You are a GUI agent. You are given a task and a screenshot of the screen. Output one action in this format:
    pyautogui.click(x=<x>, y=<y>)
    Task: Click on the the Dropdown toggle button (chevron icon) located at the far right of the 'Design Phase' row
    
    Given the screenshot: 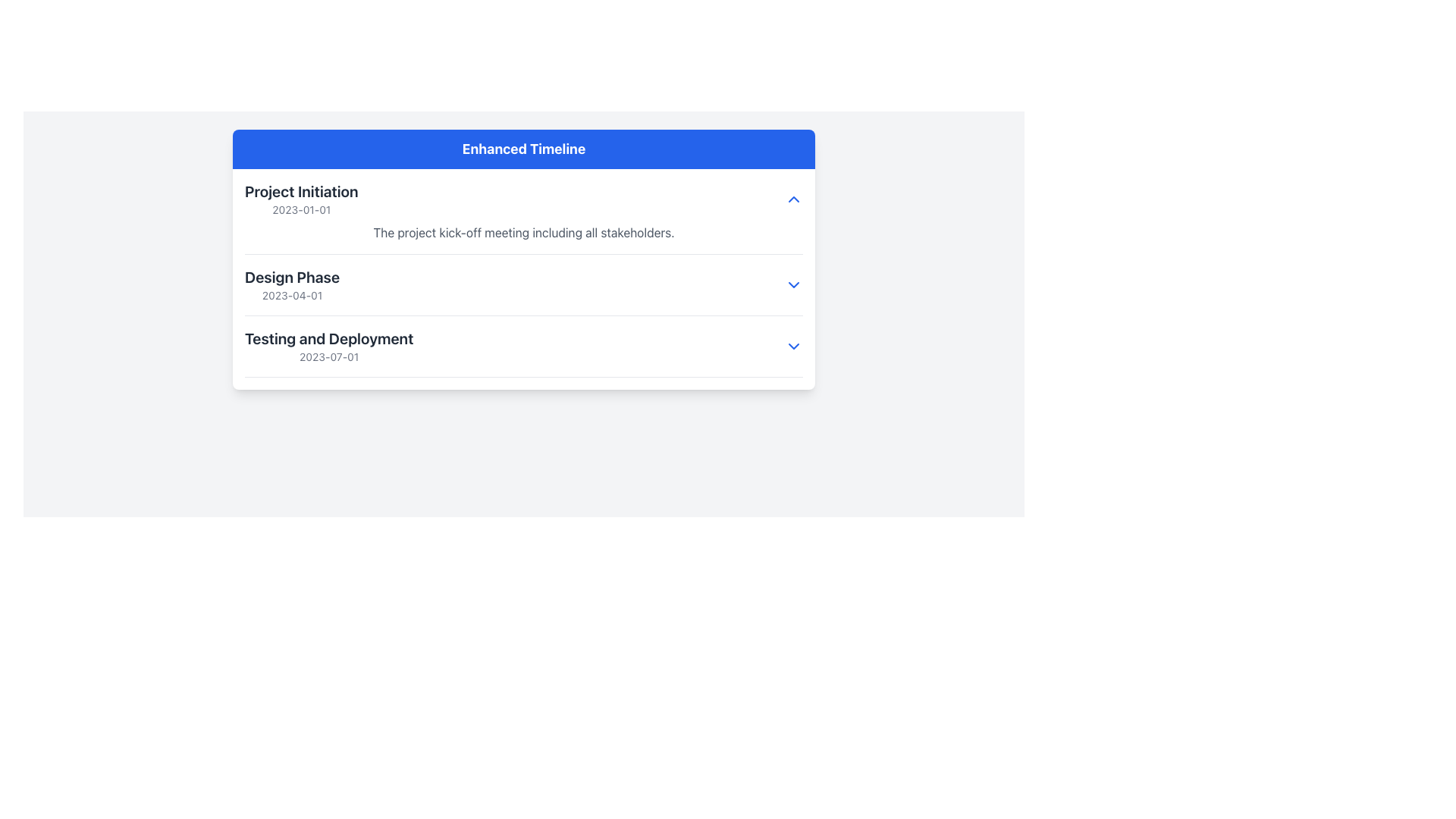 What is the action you would take?
    pyautogui.click(x=792, y=284)
    